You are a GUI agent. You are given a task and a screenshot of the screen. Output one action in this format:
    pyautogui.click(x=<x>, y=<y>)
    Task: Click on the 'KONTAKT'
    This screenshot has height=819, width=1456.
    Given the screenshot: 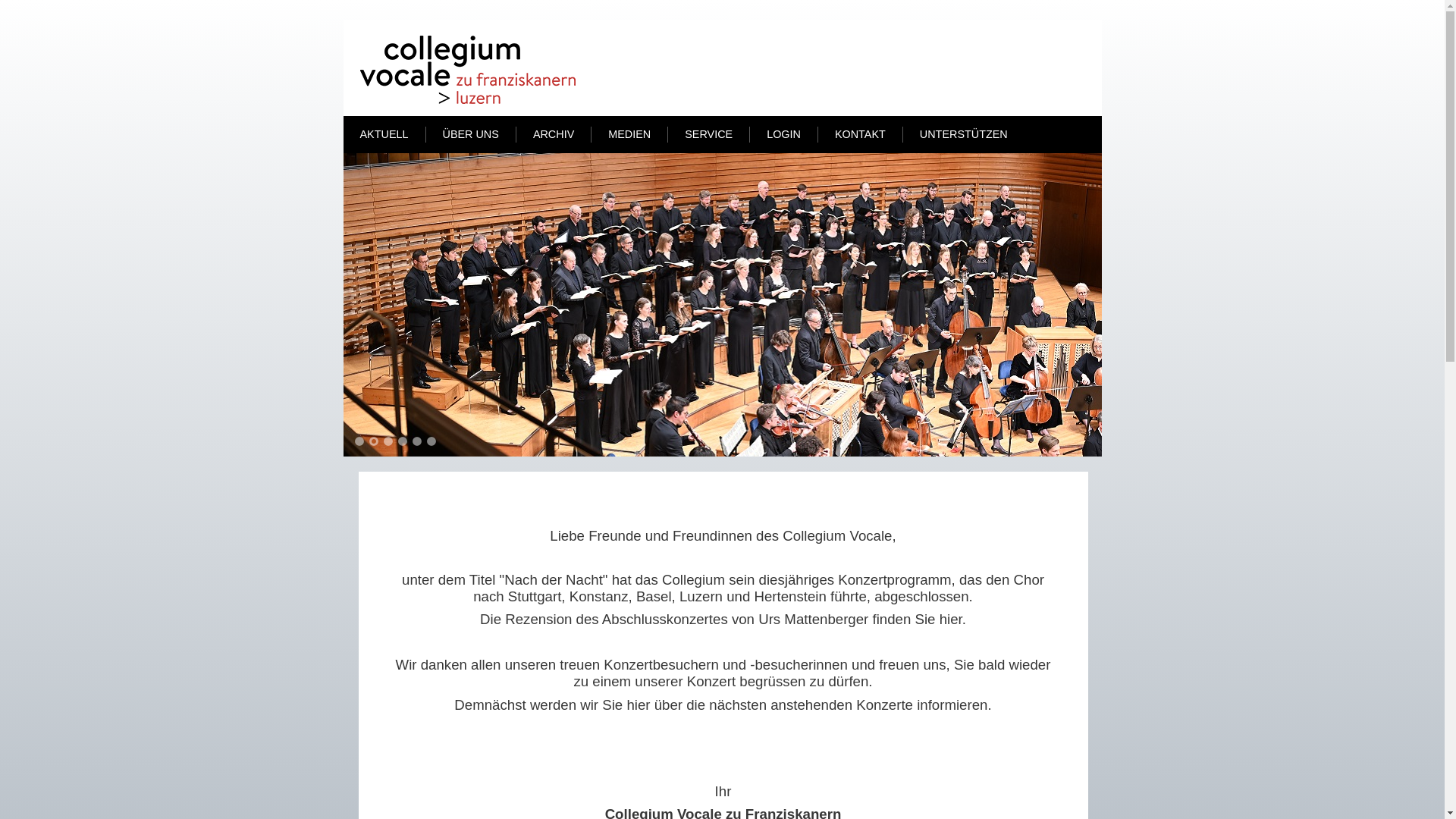 What is the action you would take?
    pyautogui.click(x=823, y=133)
    